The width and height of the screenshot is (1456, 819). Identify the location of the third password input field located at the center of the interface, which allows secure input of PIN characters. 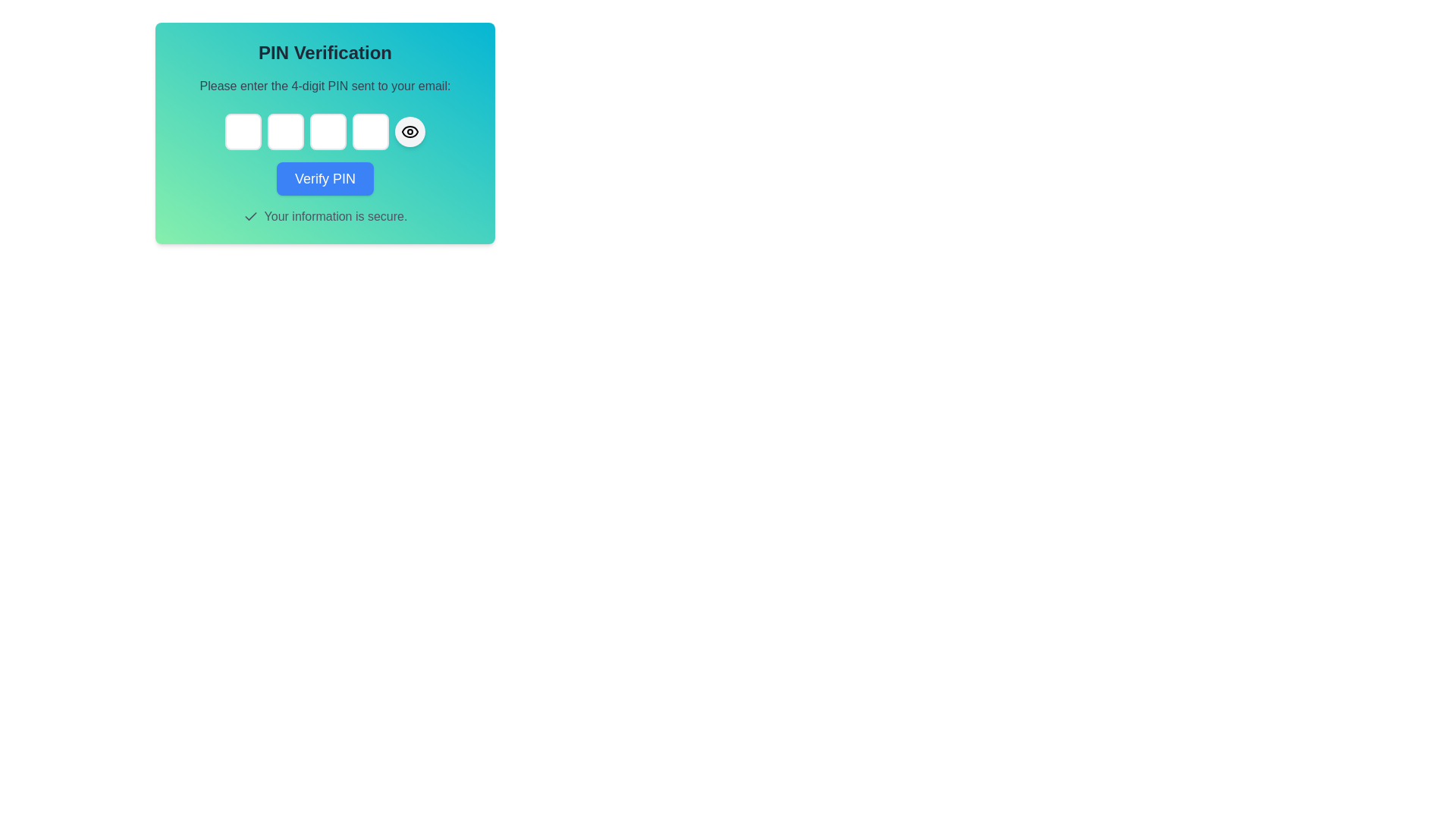
(327, 130).